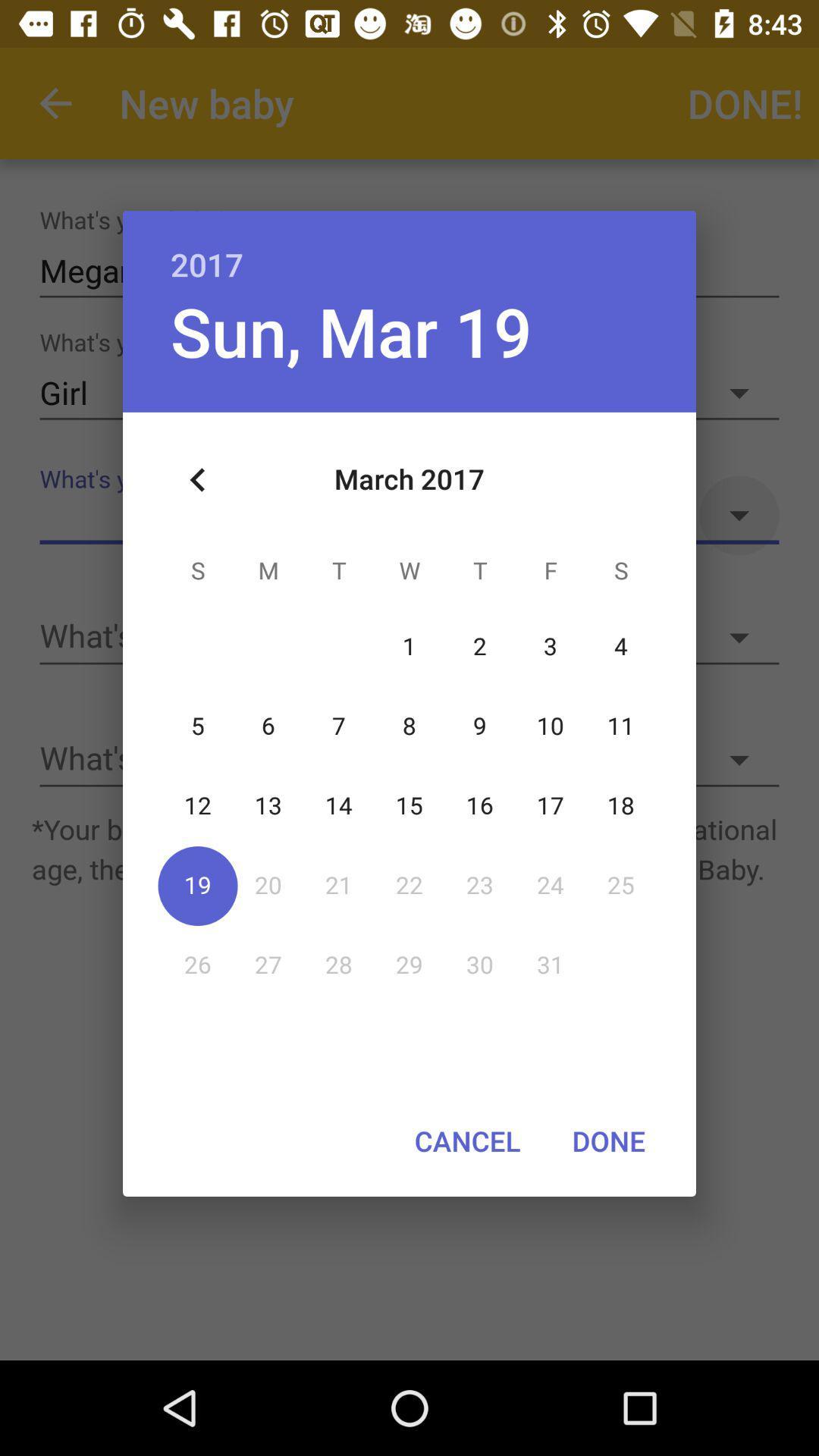  Describe the element at coordinates (351, 330) in the screenshot. I see `icon below 2017 item` at that location.